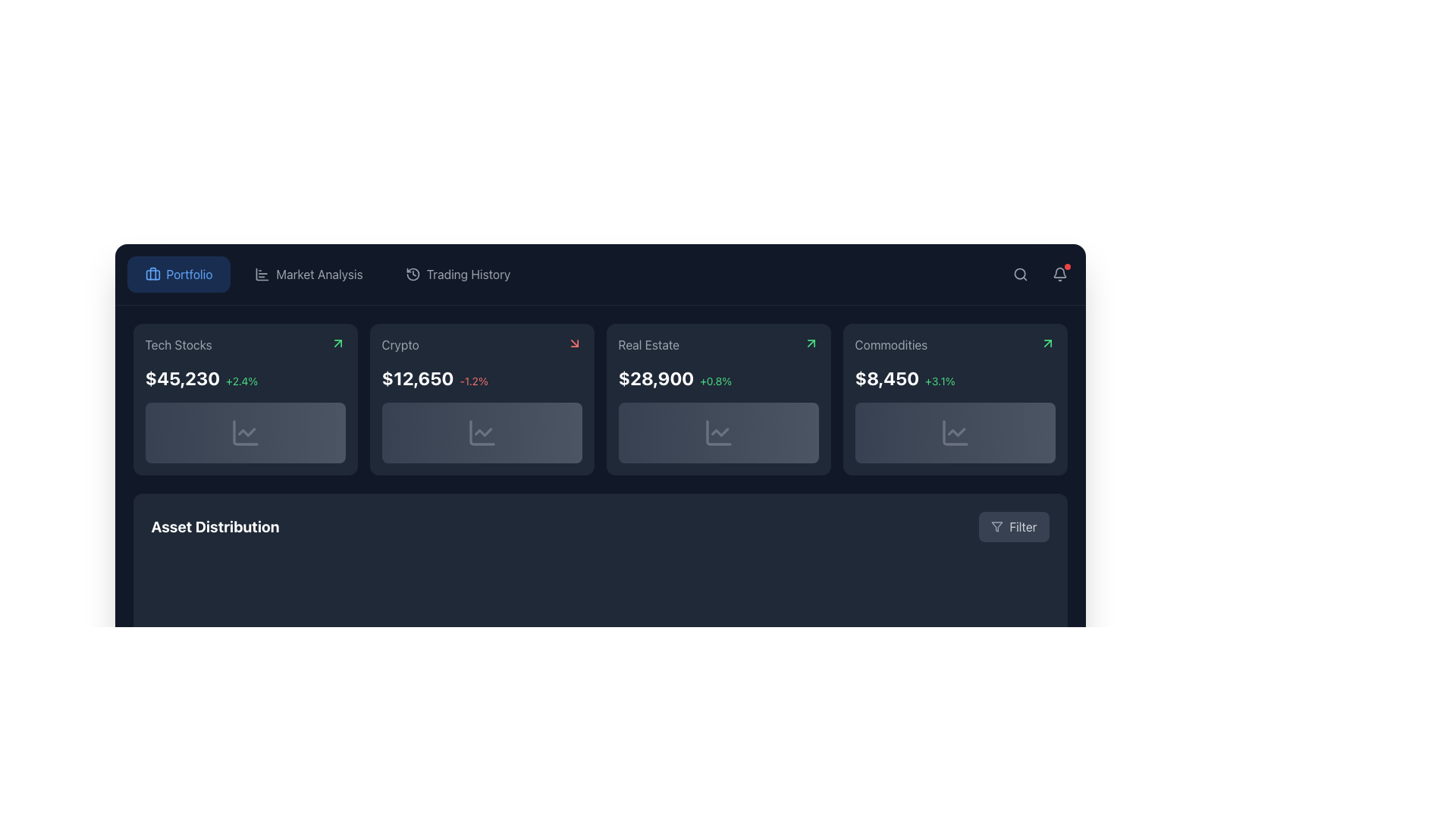 The height and width of the screenshot is (819, 1456). I want to click on the small filter icon represented by a downward-pointing triangular shape with a line crossing through it, located inside the 'Filter' button in the bottom-right corner of the interface to interact with the filter functionality, so click(997, 526).